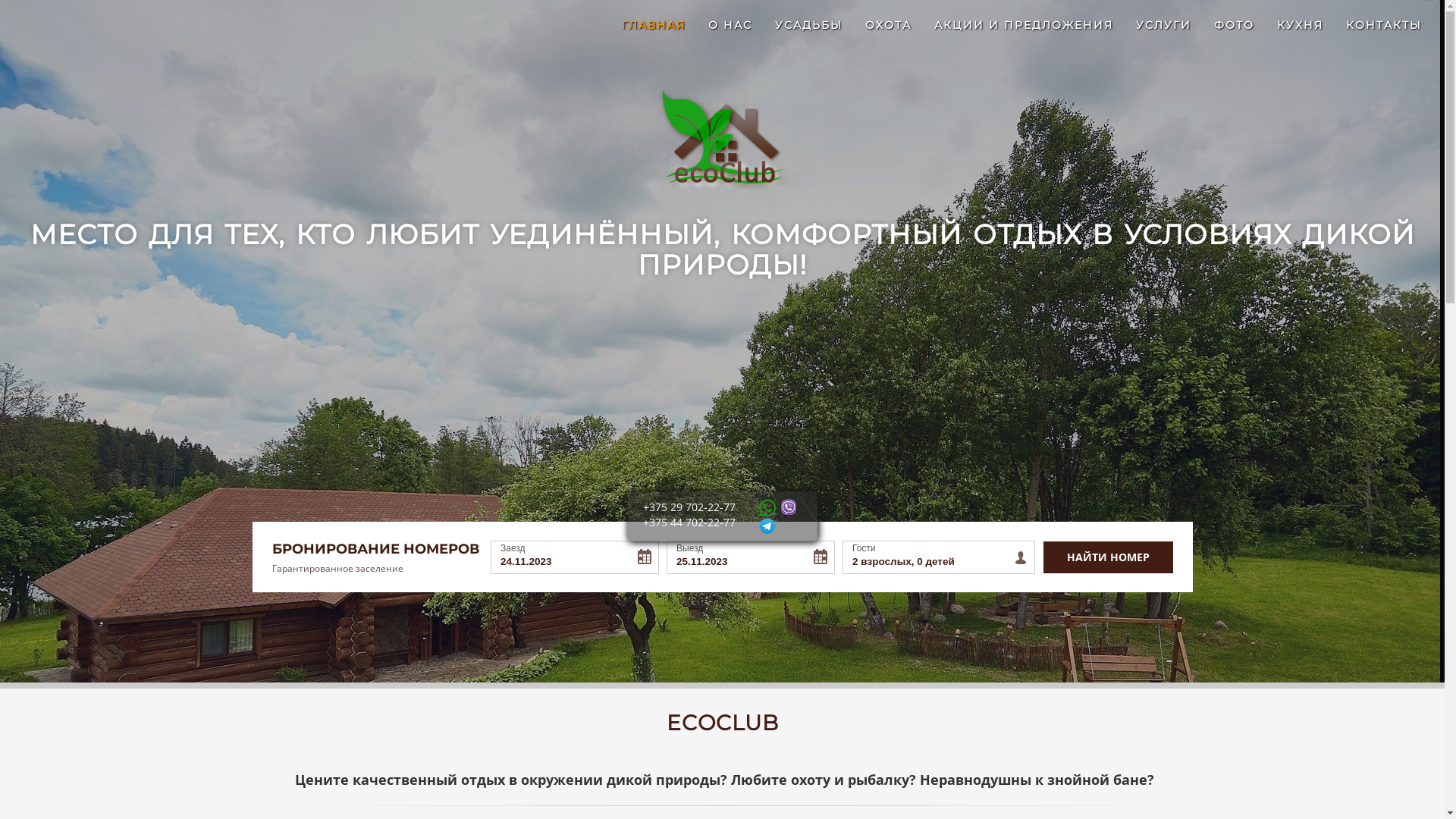 The image size is (1456, 819). Describe the element at coordinates (643, 521) in the screenshot. I see `'+375 44 702-22-77'` at that location.